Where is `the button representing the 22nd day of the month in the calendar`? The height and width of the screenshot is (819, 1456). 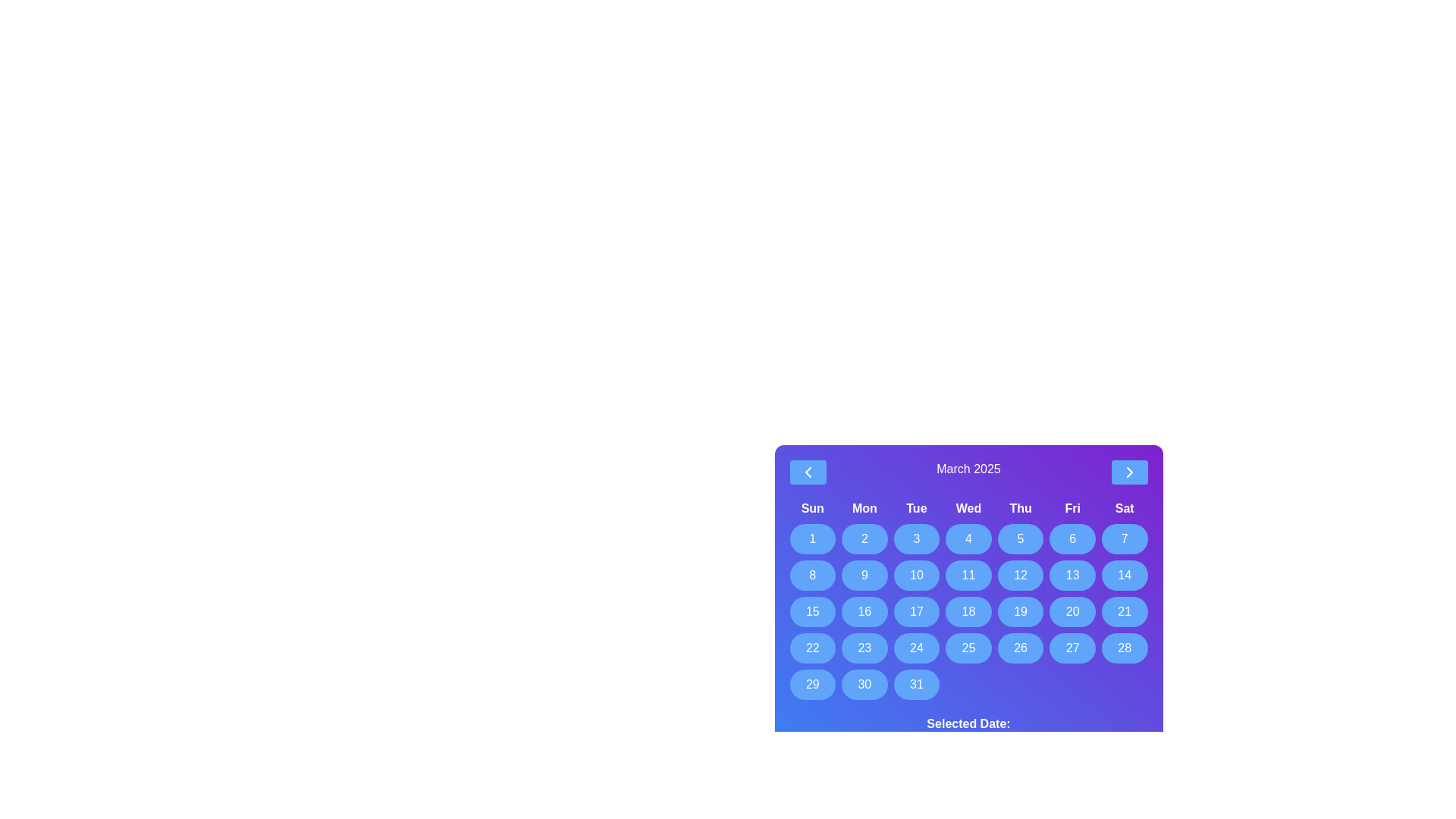 the button representing the 22nd day of the month in the calendar is located at coordinates (811, 648).